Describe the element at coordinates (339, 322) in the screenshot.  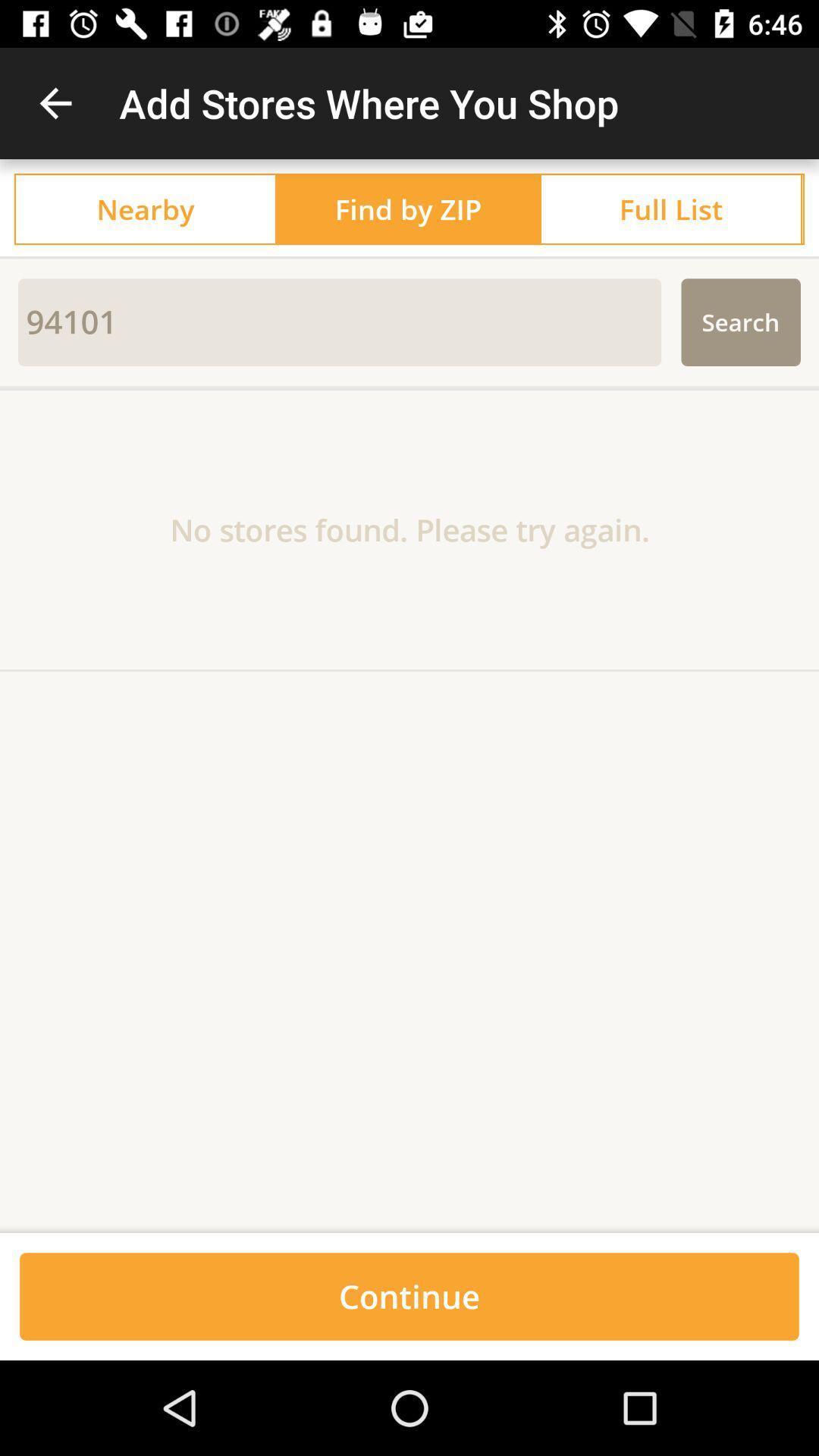
I see `icon to the left of the search item` at that location.